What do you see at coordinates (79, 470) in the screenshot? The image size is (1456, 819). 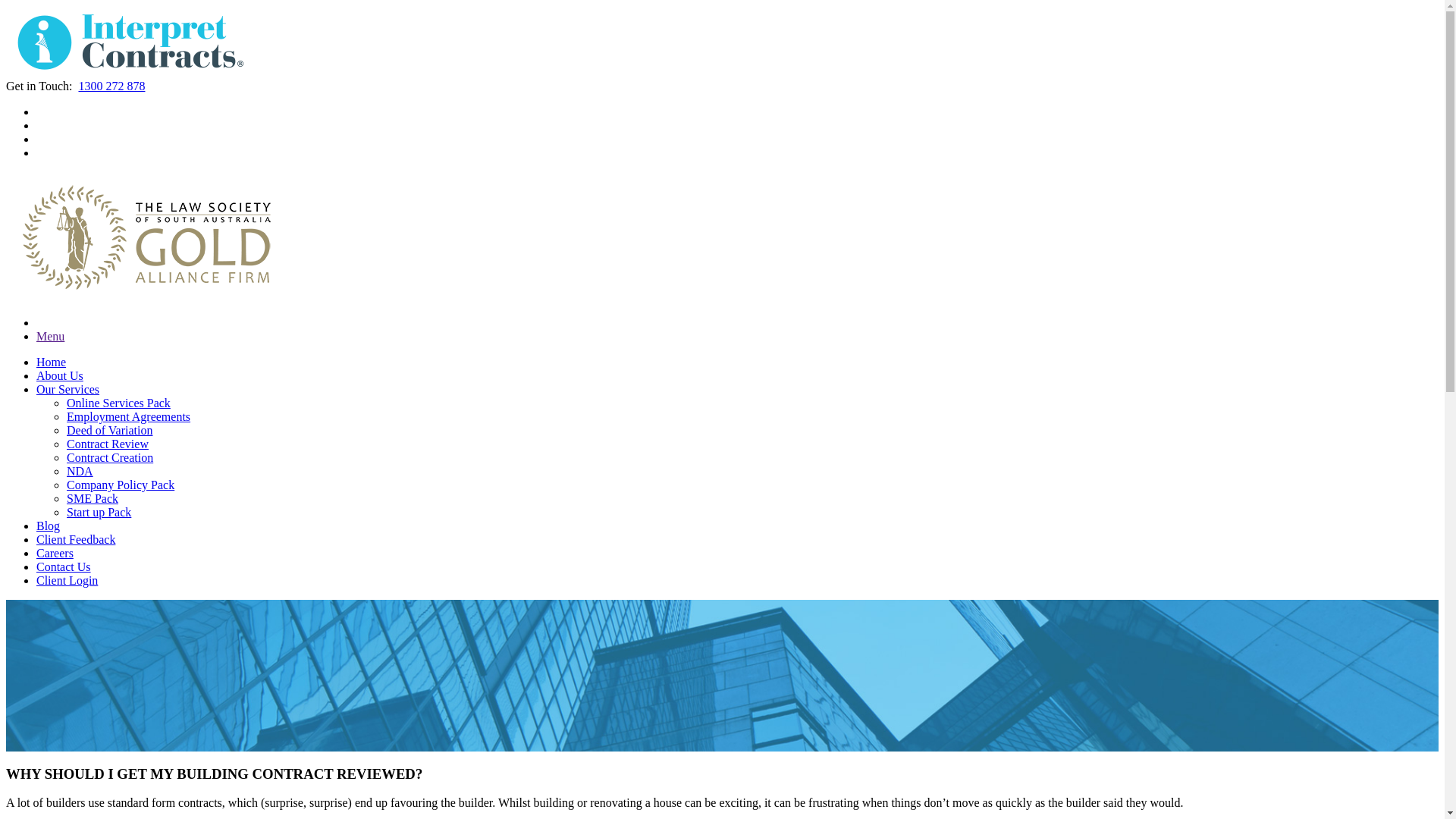 I see `'NDA'` at bounding box center [79, 470].